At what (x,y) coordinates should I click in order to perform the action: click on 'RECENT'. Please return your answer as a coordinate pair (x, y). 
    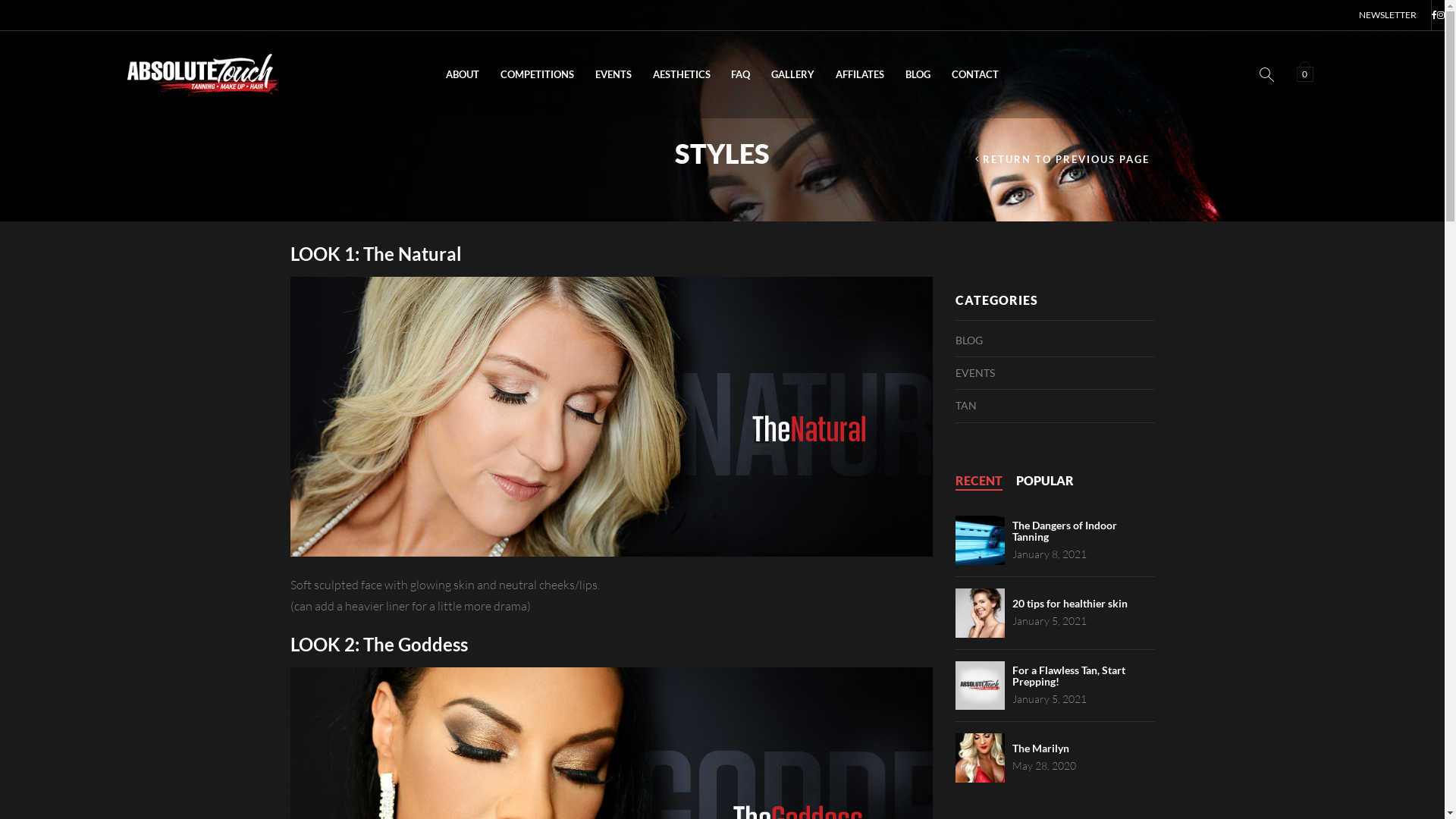
    Looking at the image, I should click on (979, 481).